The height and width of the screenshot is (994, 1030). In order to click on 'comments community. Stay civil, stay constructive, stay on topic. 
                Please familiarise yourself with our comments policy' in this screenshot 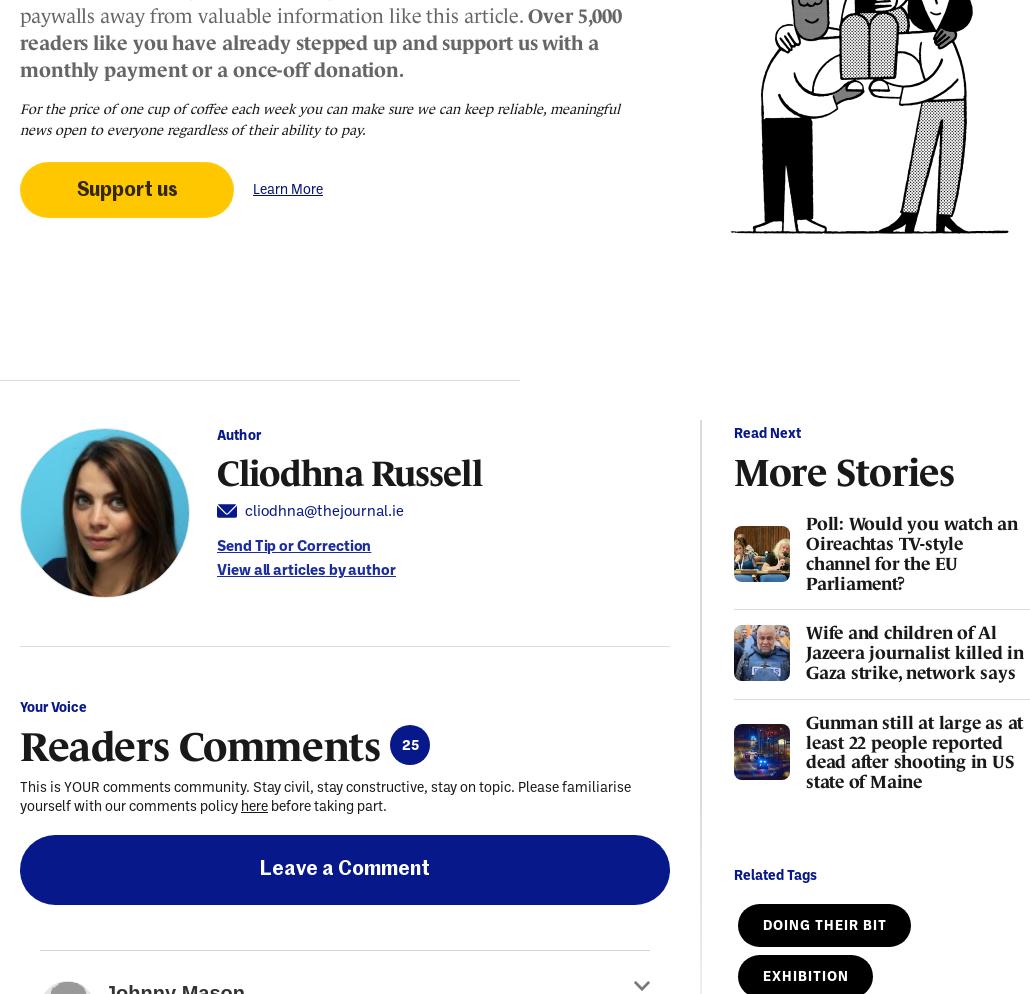, I will do `click(19, 795)`.